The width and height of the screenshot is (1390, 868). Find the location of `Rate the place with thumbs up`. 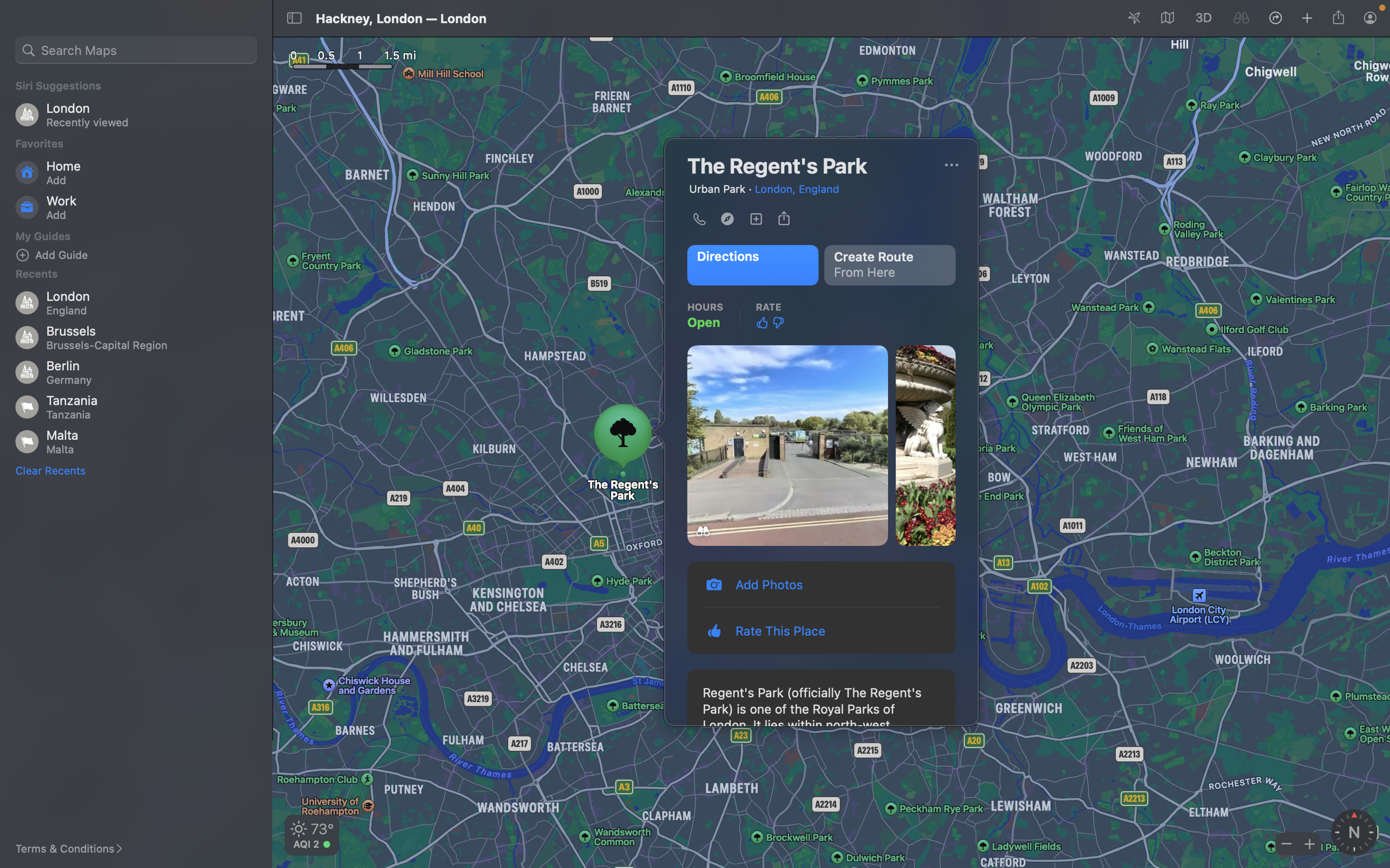

Rate the place with thumbs up is located at coordinates (762, 322).